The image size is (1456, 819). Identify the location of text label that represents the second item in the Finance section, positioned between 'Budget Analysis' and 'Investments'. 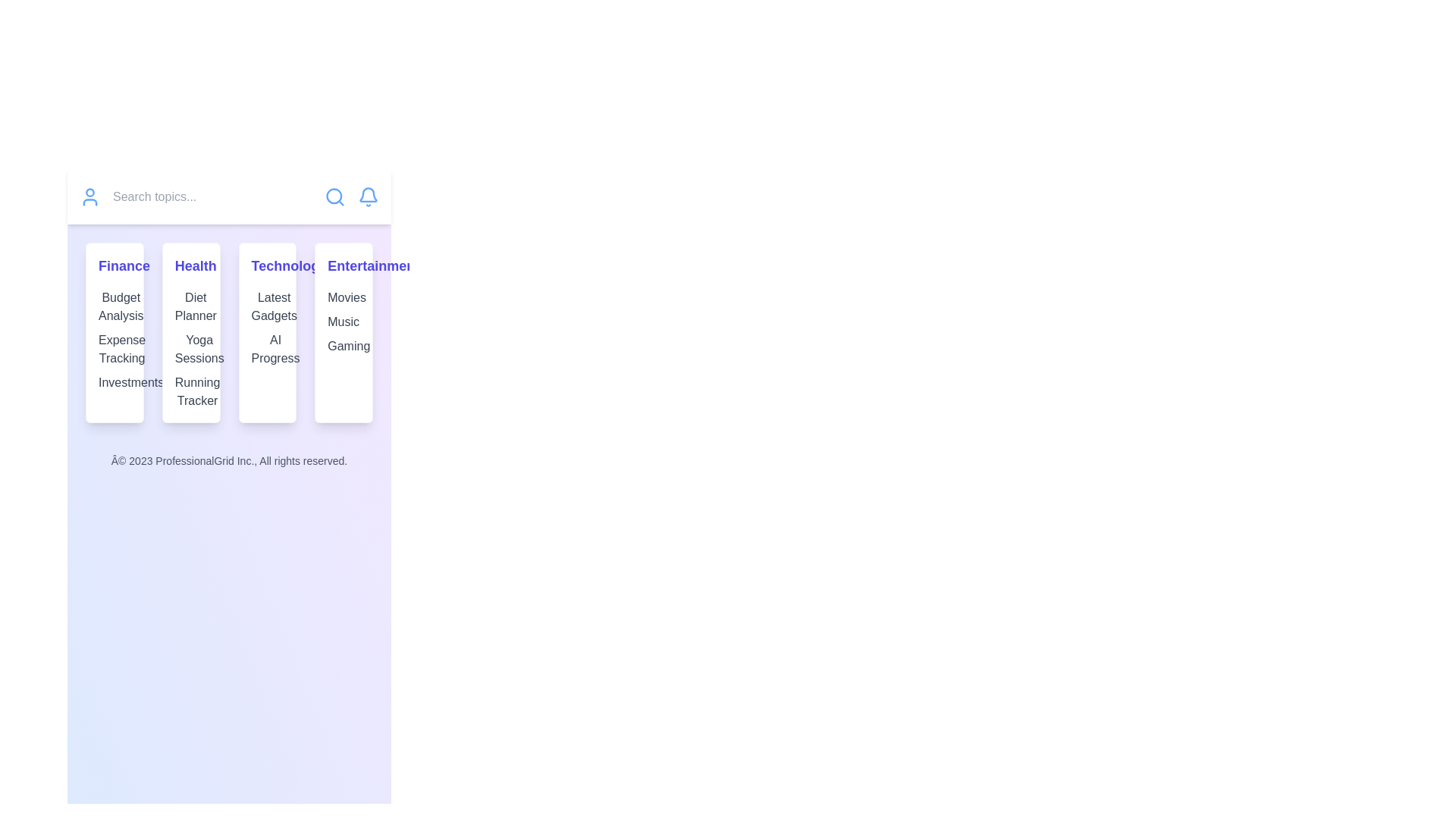
(114, 350).